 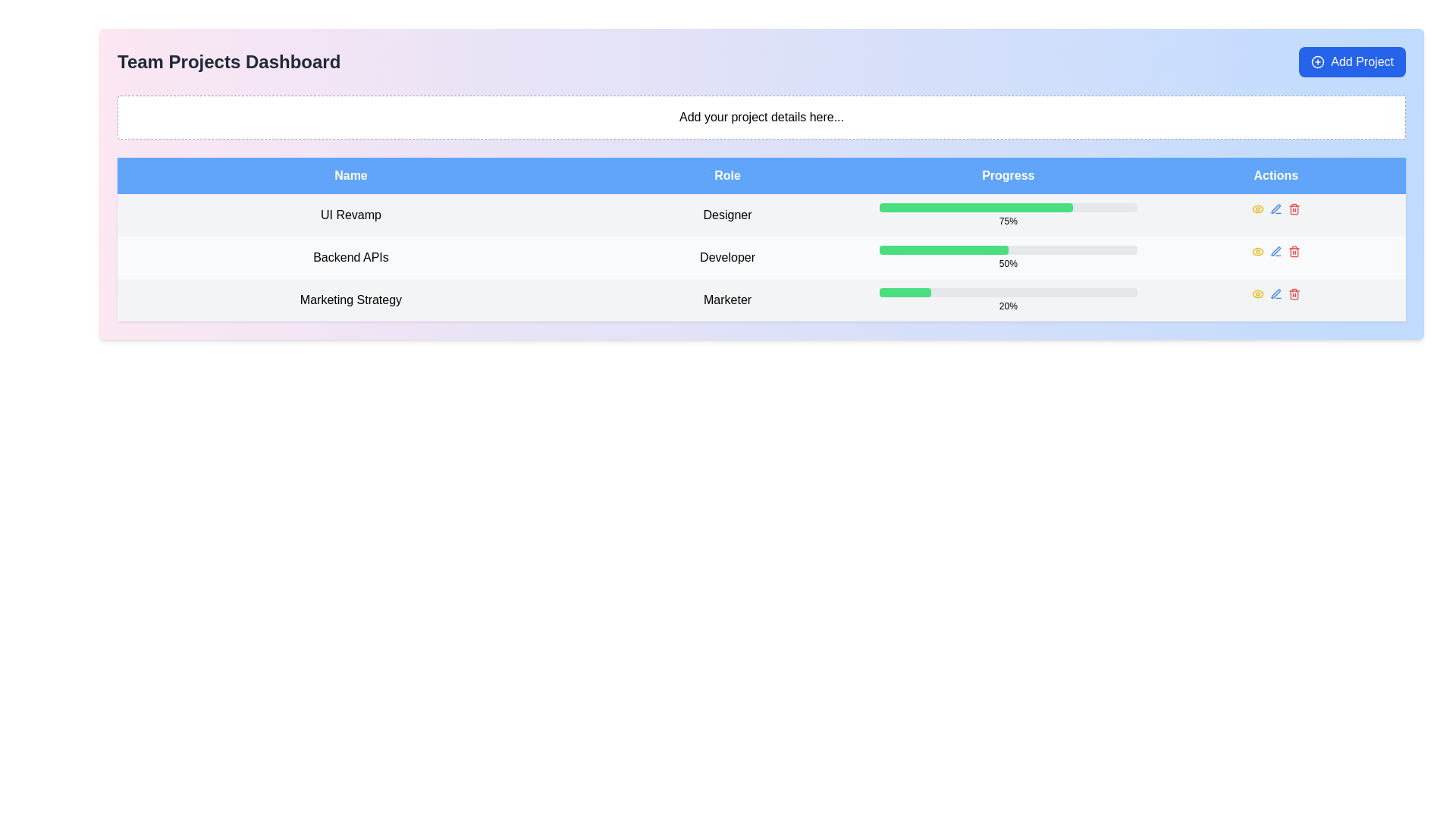 What do you see at coordinates (726, 256) in the screenshot?
I see `the text label displaying 'Developer' in the Role column of the Backend APIs row` at bounding box center [726, 256].